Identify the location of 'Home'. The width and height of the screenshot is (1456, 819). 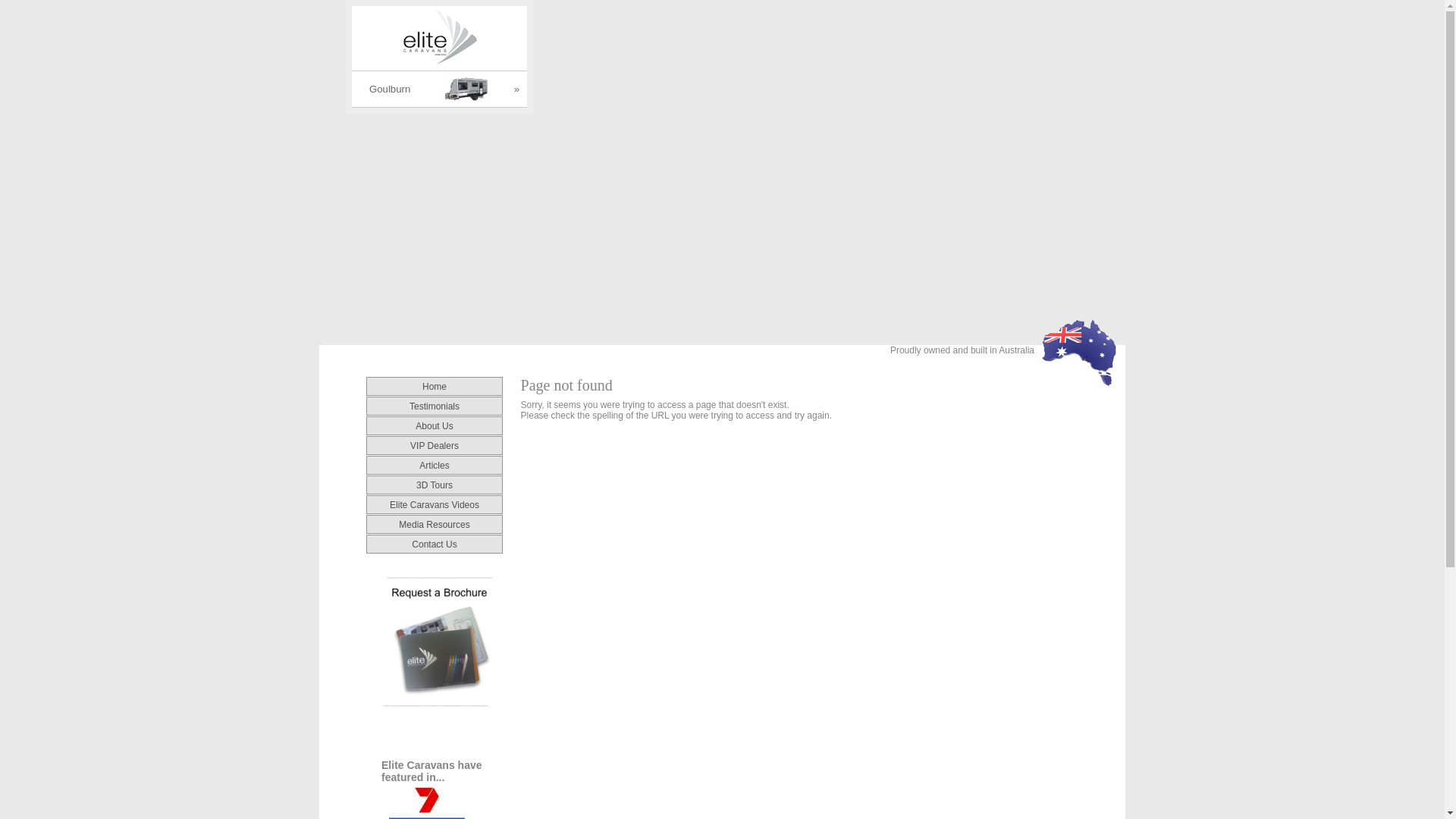
(433, 385).